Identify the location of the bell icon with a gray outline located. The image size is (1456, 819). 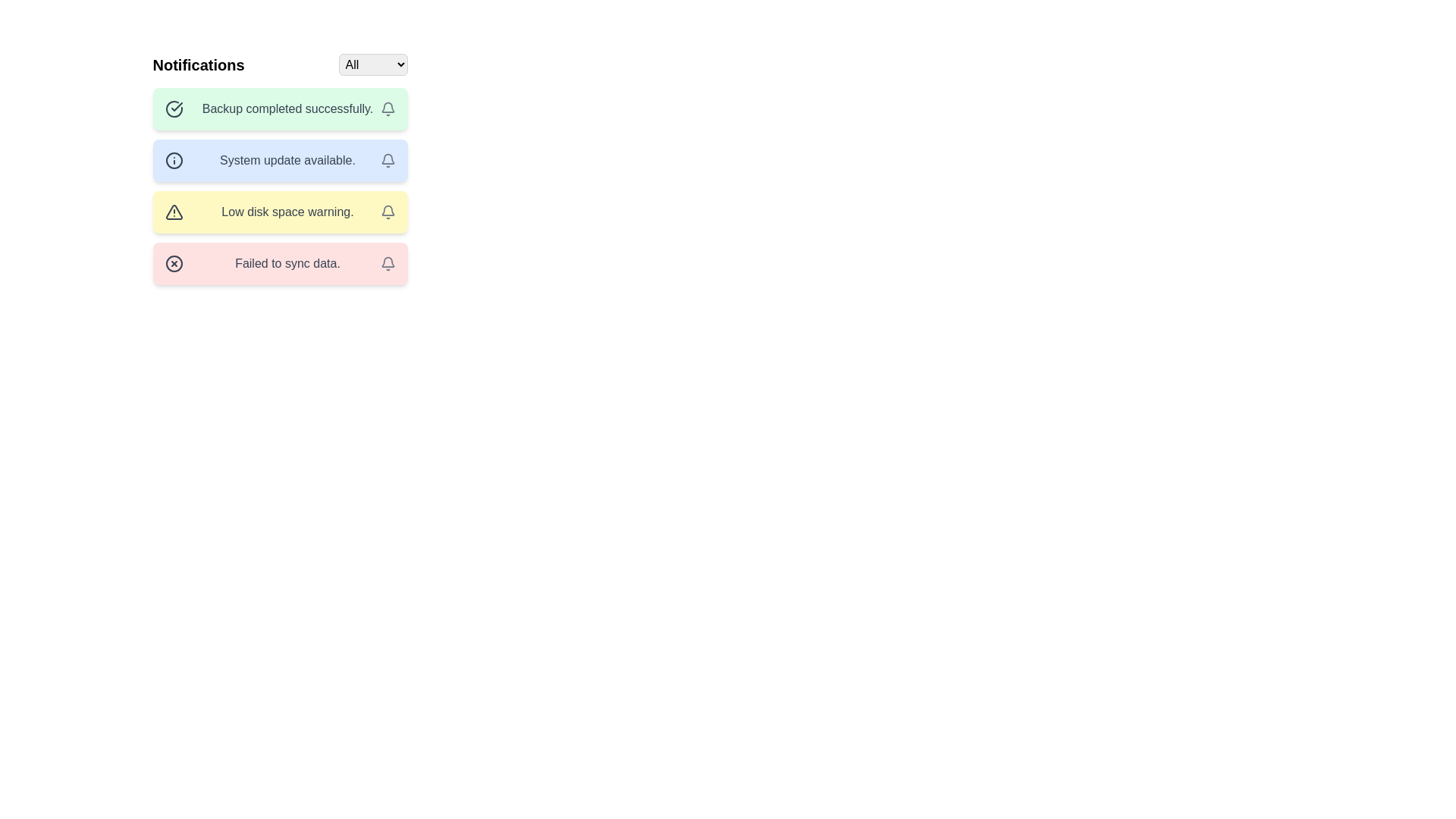
(388, 212).